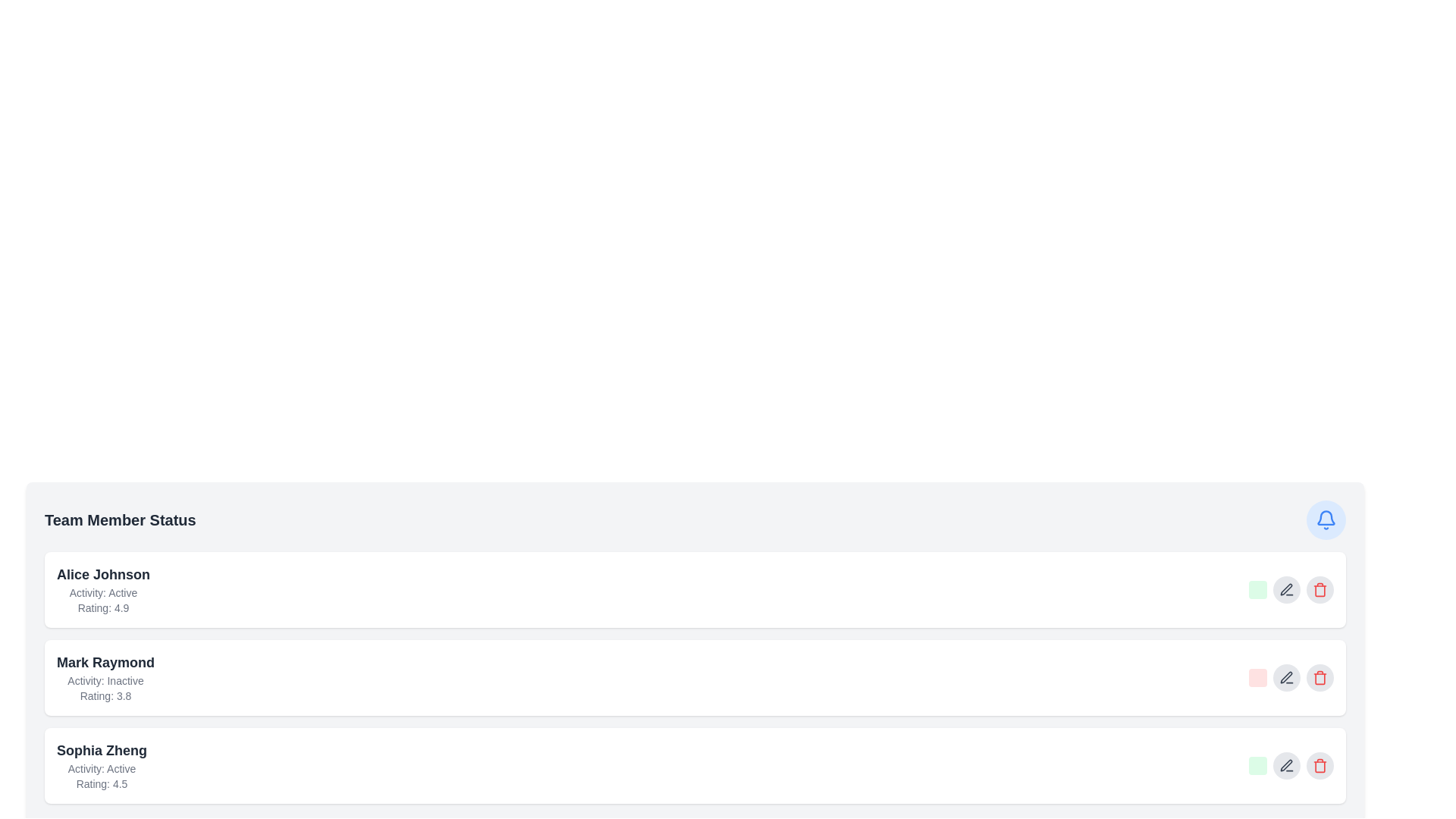 This screenshot has height=819, width=1456. Describe the element at coordinates (1325, 519) in the screenshot. I see `the bell-shaped notification icon with a blue outline located in the top right corner of the interface` at that location.